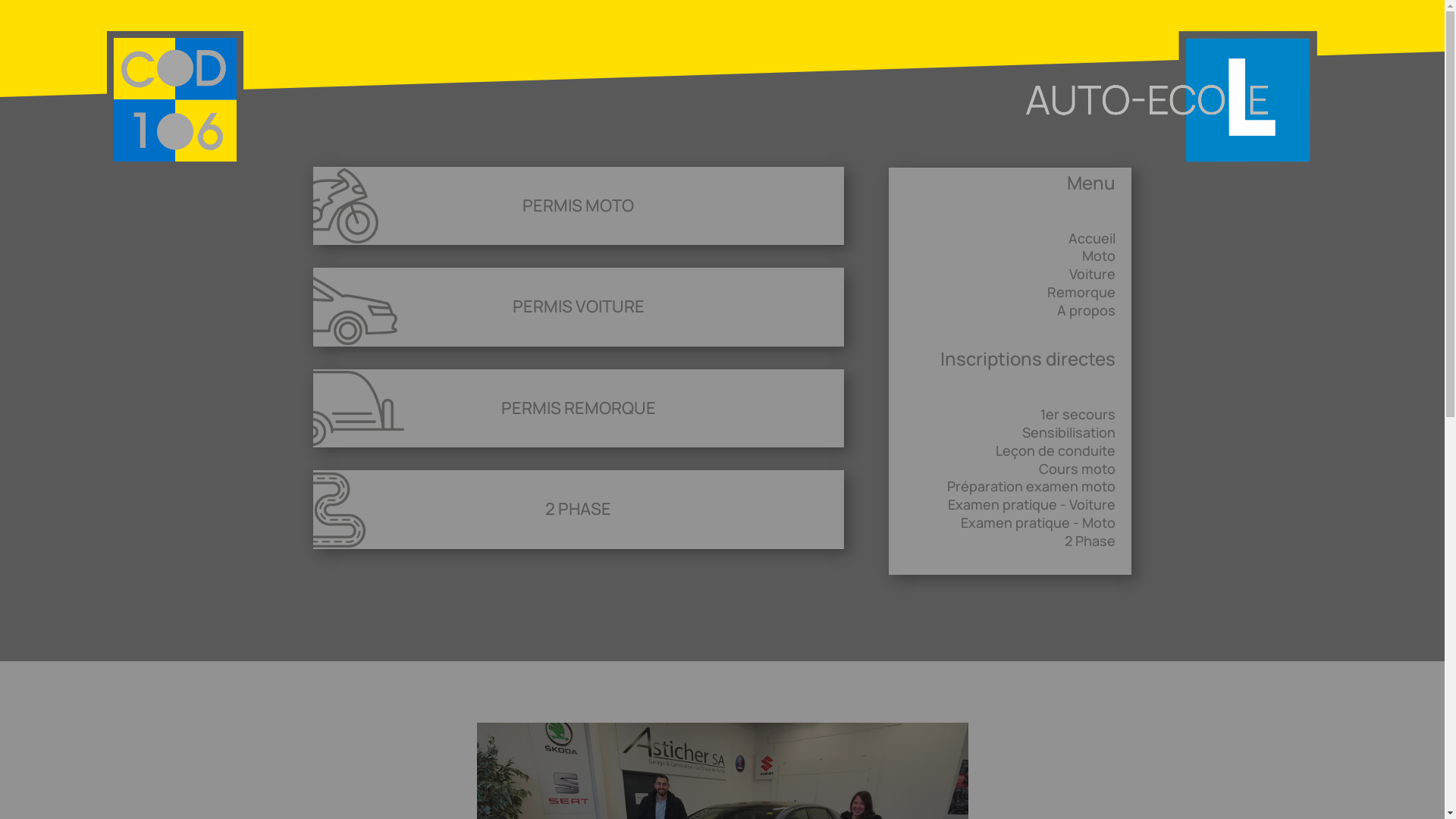 Image resolution: width=1456 pixels, height=819 pixels. I want to click on 'Voiture', so click(1092, 274).